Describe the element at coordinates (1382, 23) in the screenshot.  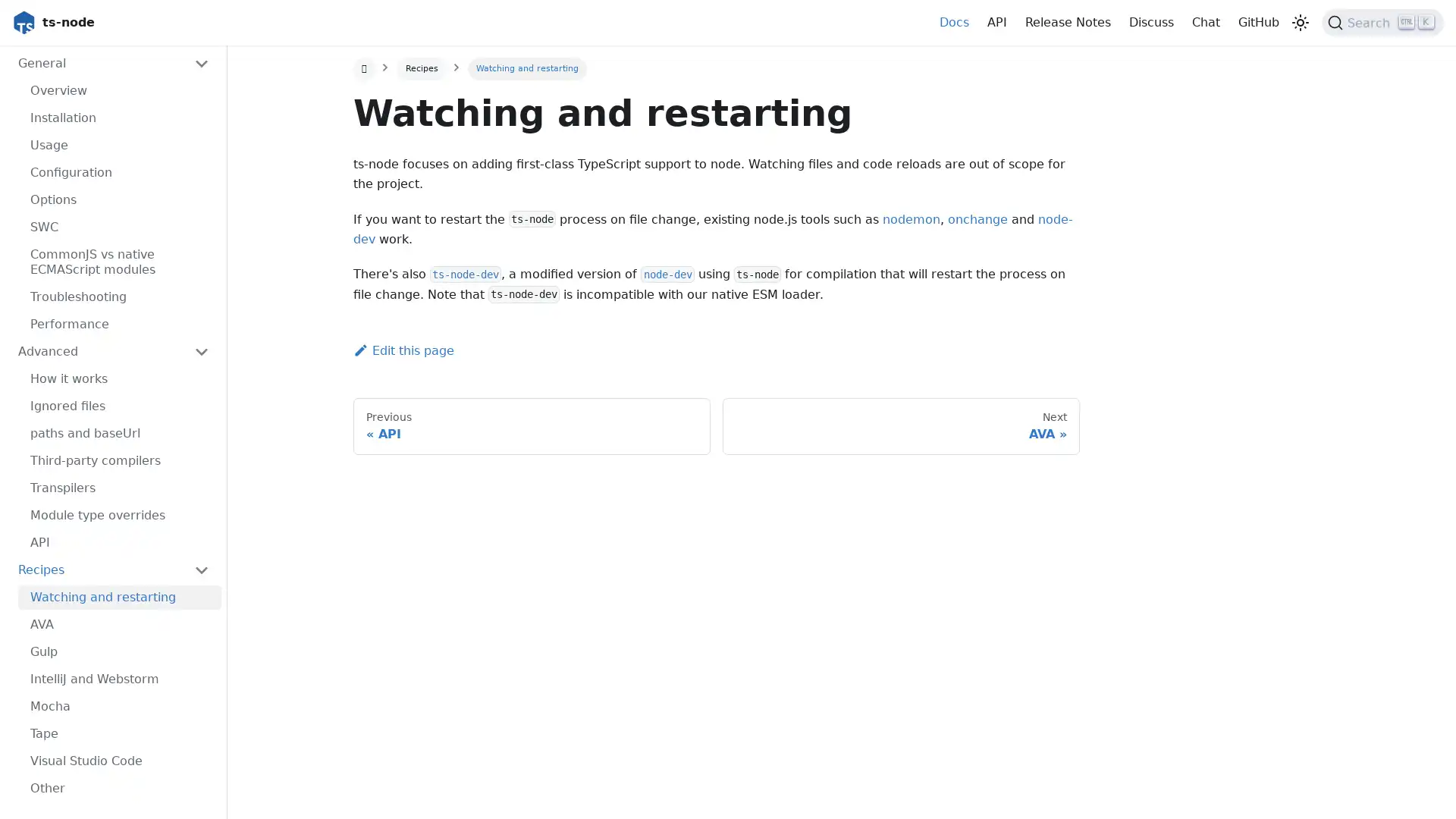
I see `Search` at that location.